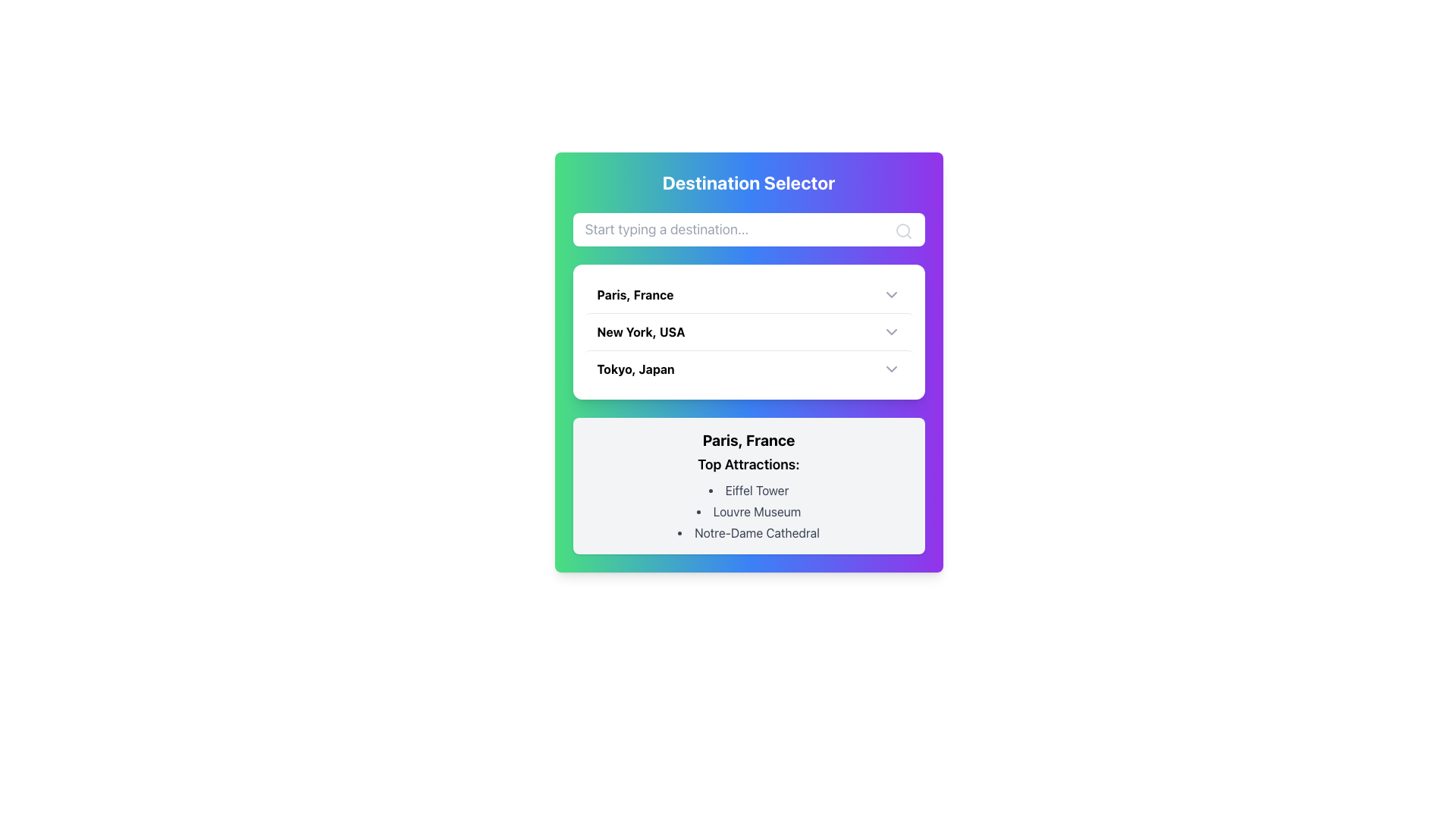 The height and width of the screenshot is (819, 1456). I want to click on the circular SVG element with an 8-unit radius, located in the top-right corner of the purple gradient search interface, so click(902, 231).